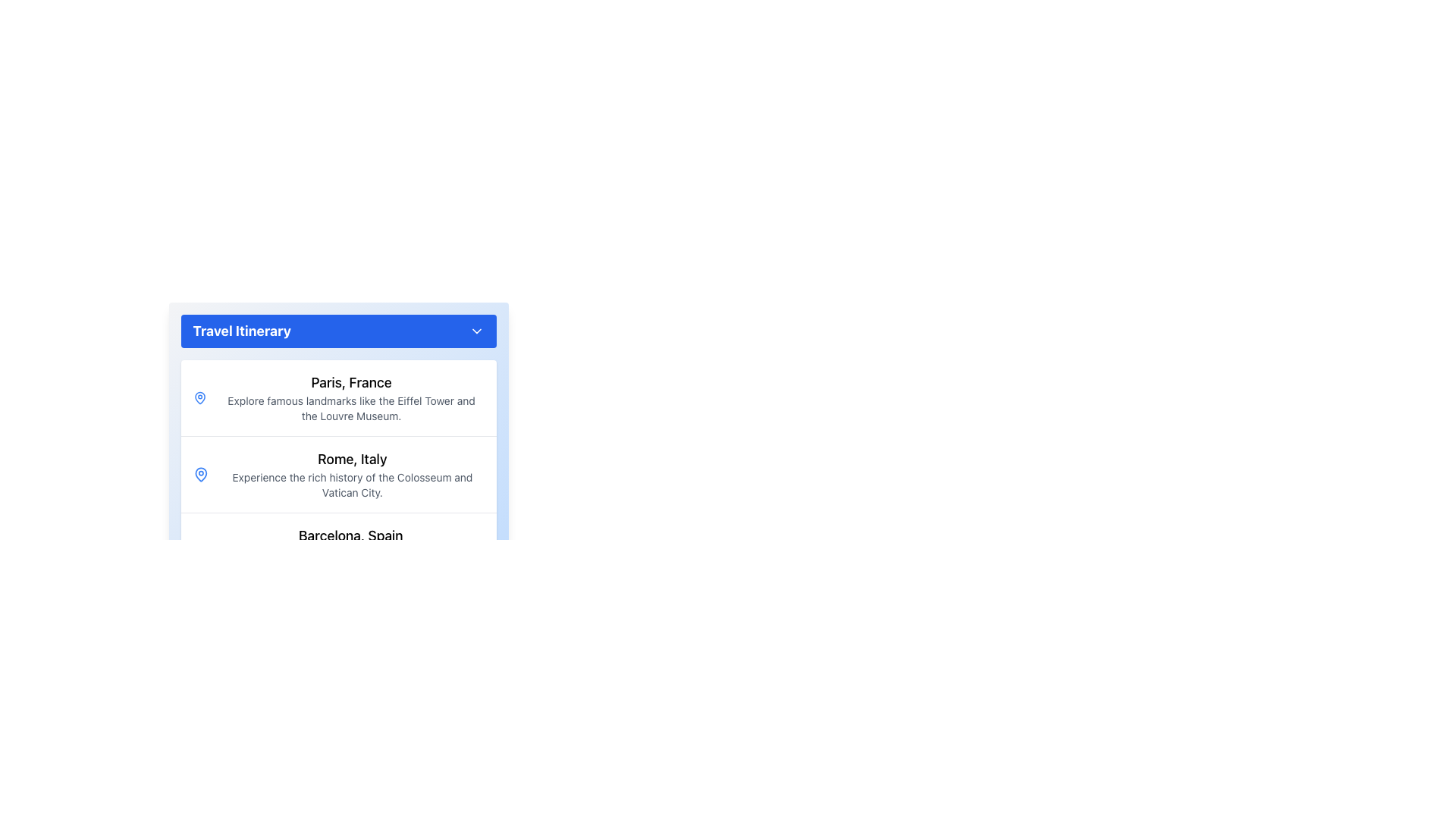 This screenshot has height=819, width=1456. Describe the element at coordinates (337, 551) in the screenshot. I see `information displayed in the third entry of the 'Travel Itinerary' section, which provides details about the Barcelona destination` at that location.